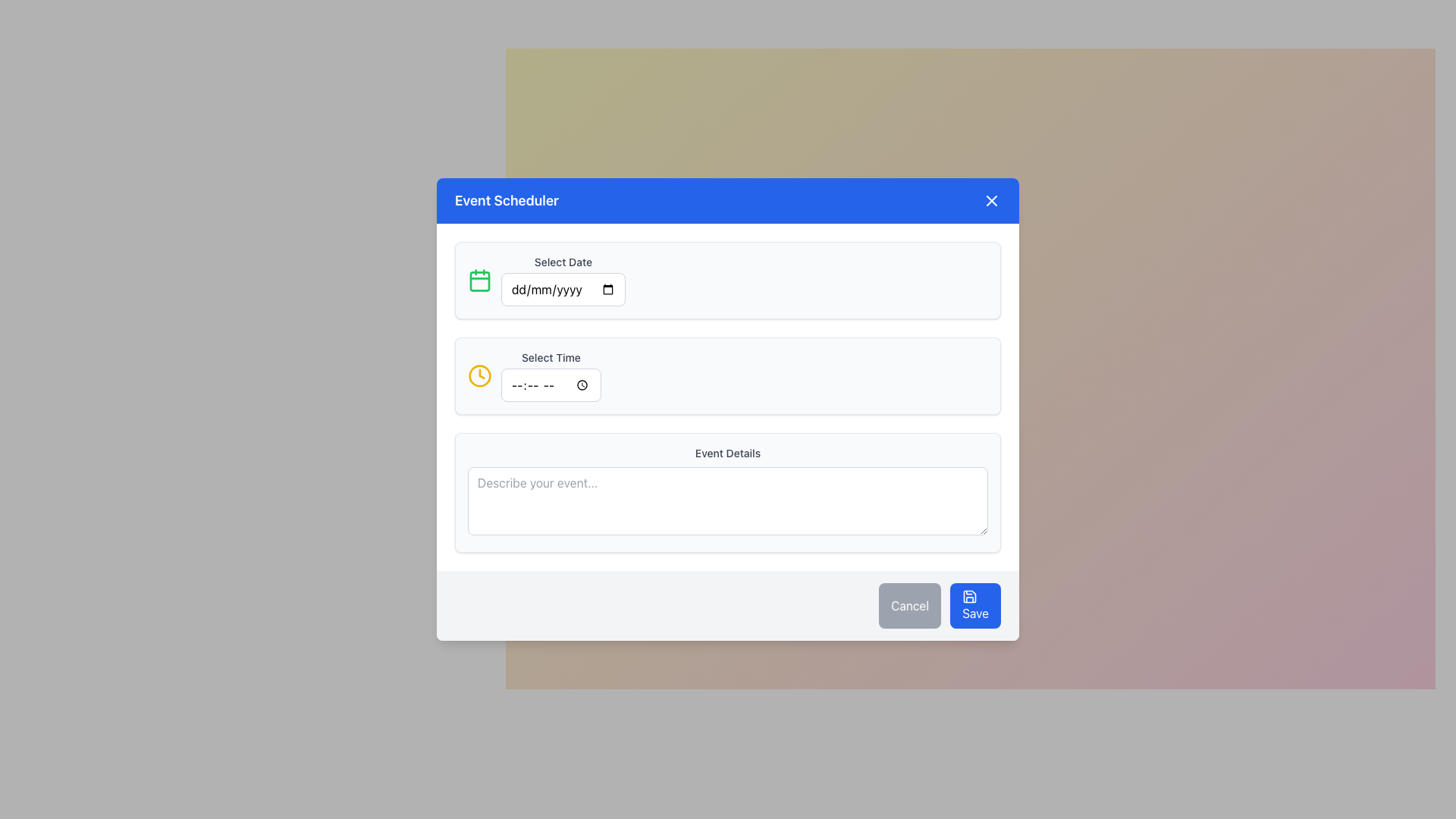  Describe the element at coordinates (479, 281) in the screenshot. I see `properties of the inner rectangle of the calendar icon located to the left of the 'Select Date' field in the 'Event Scheduler' modal popup` at that location.